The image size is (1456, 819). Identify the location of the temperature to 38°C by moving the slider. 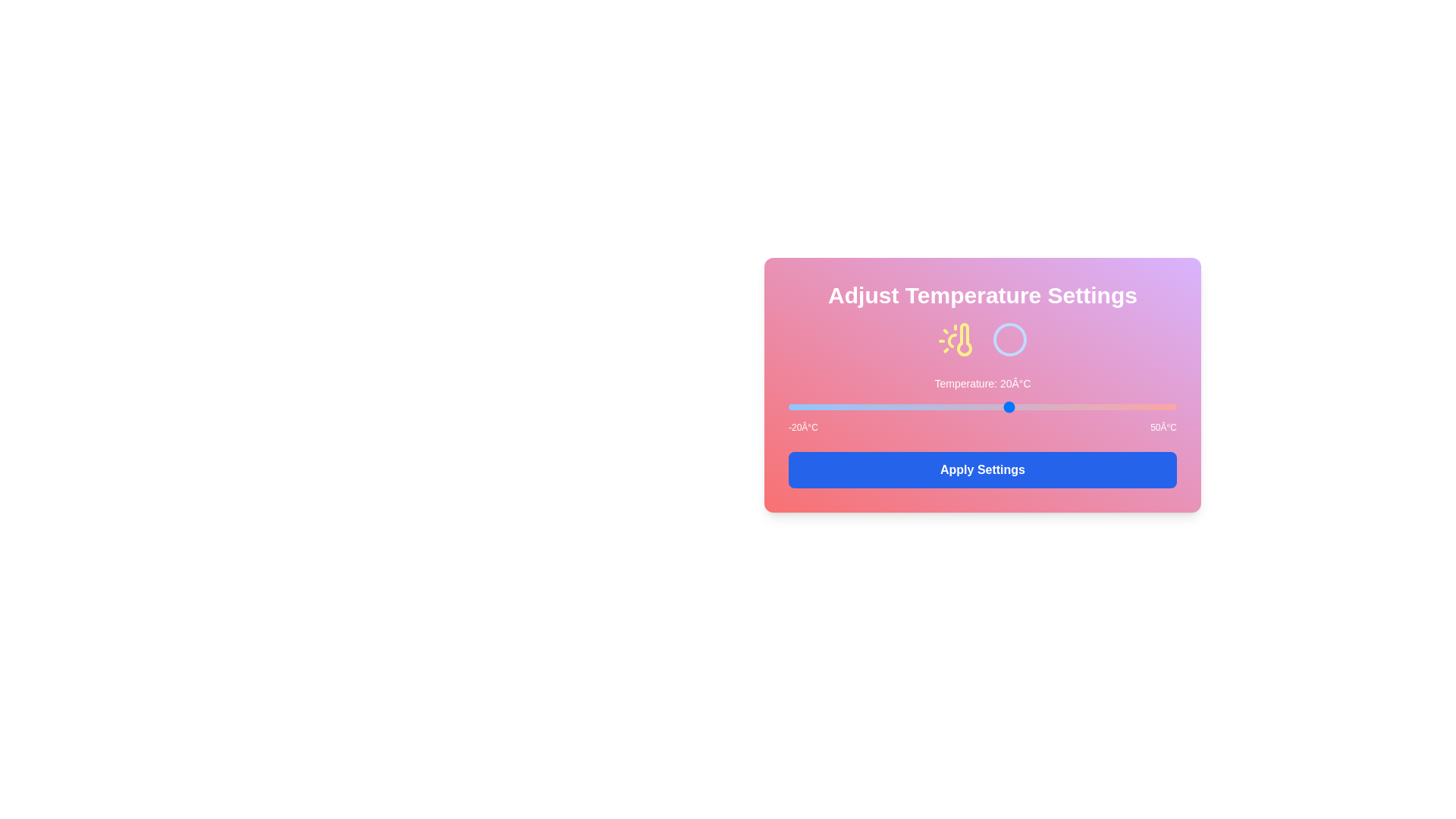
(1110, 406).